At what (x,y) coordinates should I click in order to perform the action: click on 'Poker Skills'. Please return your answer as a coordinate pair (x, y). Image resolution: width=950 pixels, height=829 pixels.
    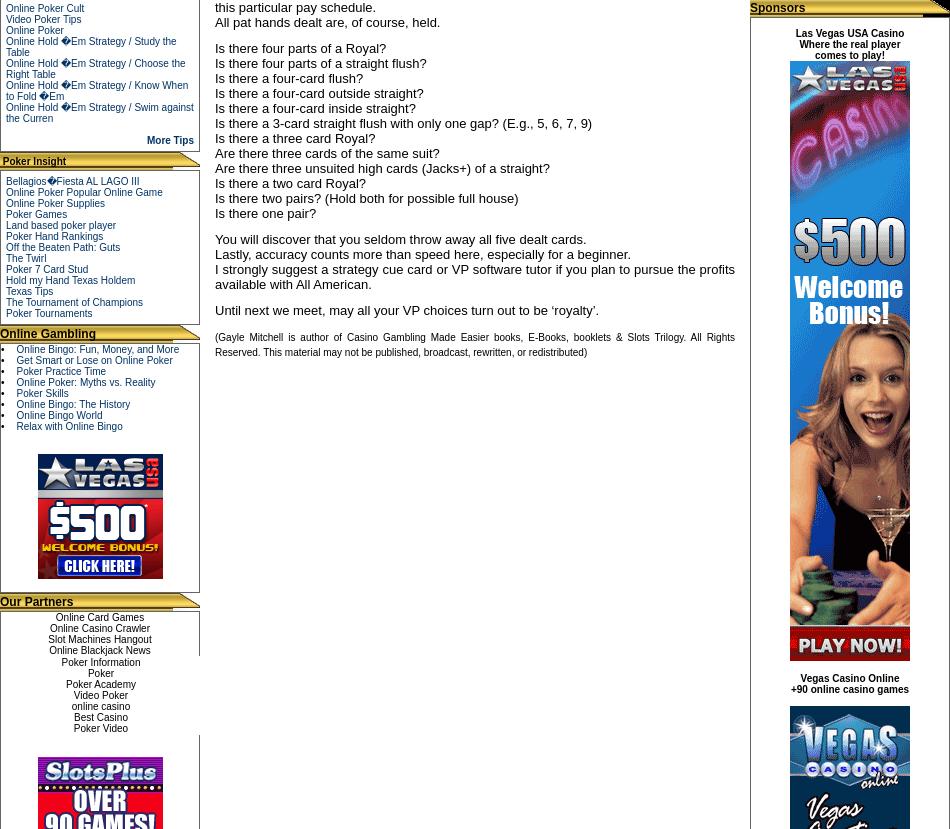
    Looking at the image, I should click on (41, 393).